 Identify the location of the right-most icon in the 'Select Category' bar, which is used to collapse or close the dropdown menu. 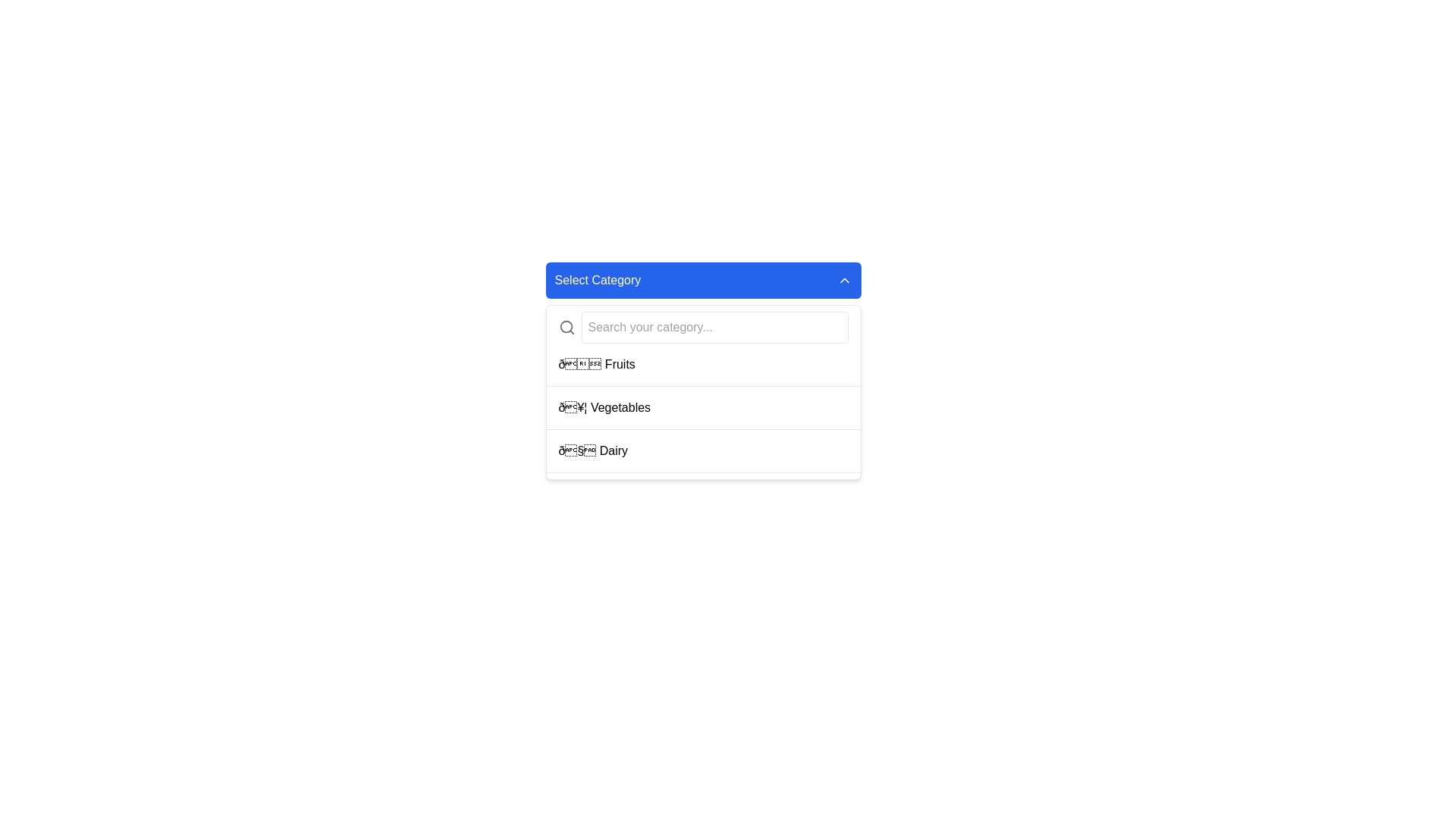
(843, 281).